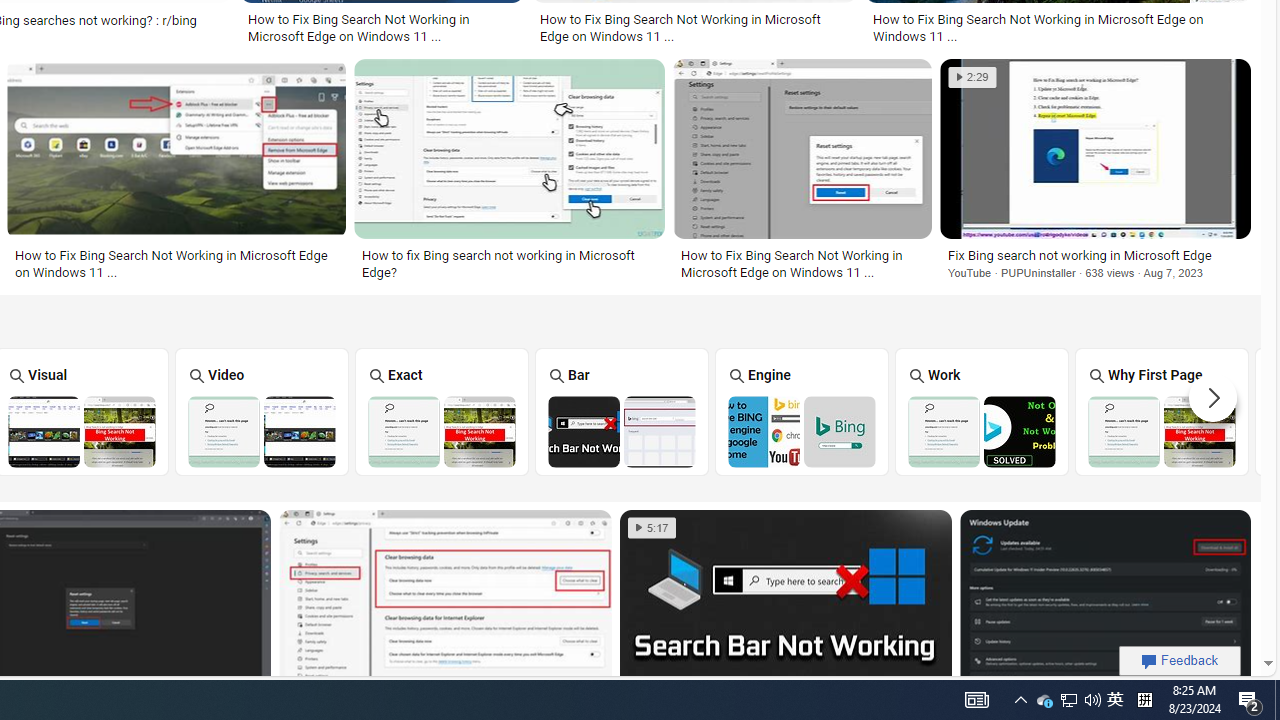  What do you see at coordinates (652, 527) in the screenshot?
I see `'5:17'` at bounding box center [652, 527].